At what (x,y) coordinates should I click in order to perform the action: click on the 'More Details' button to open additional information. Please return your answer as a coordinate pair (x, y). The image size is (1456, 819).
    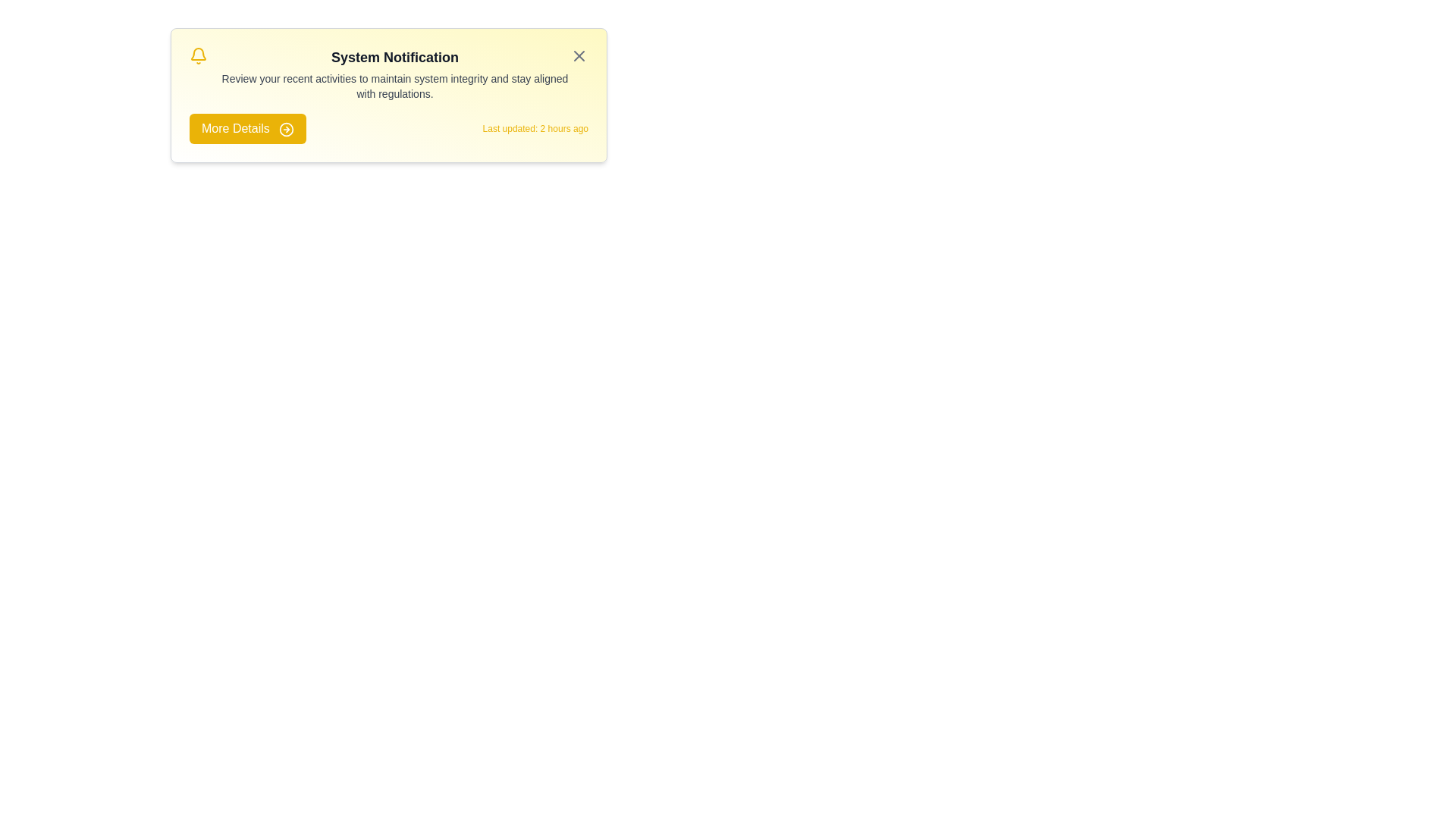
    Looking at the image, I should click on (247, 127).